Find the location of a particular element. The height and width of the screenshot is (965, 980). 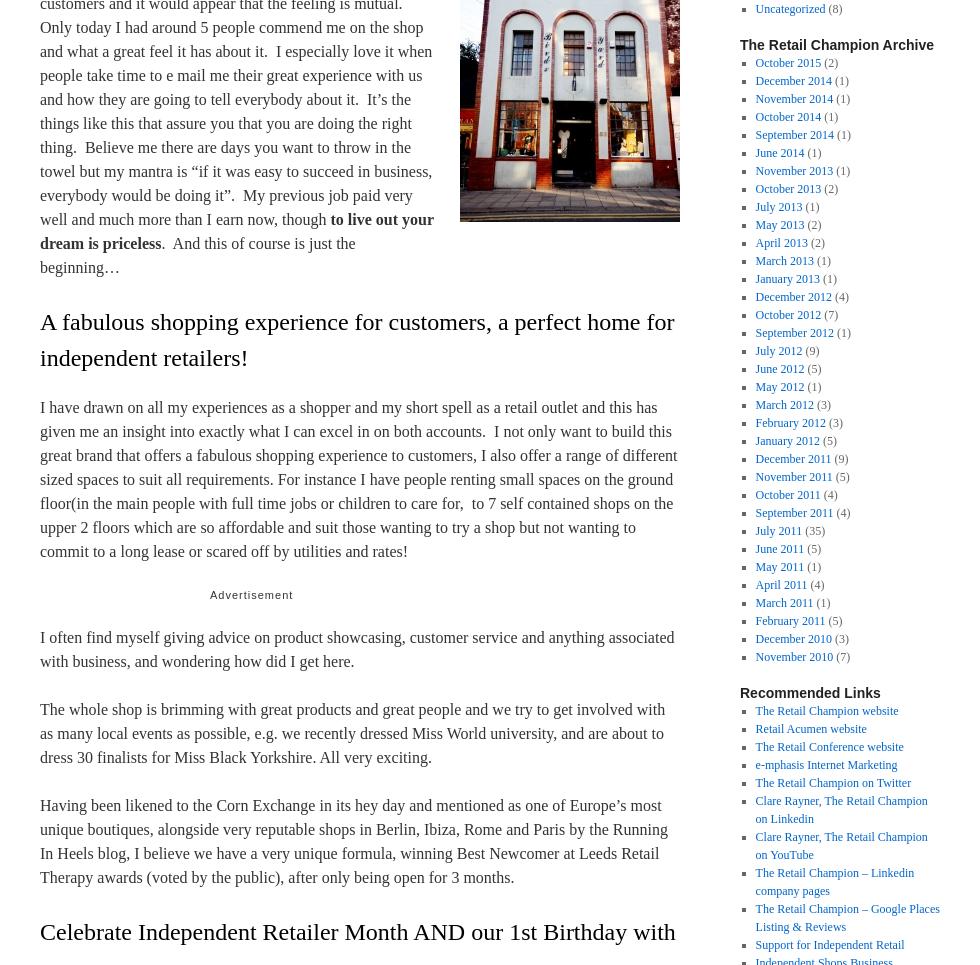

'March 2013' is located at coordinates (784, 261).